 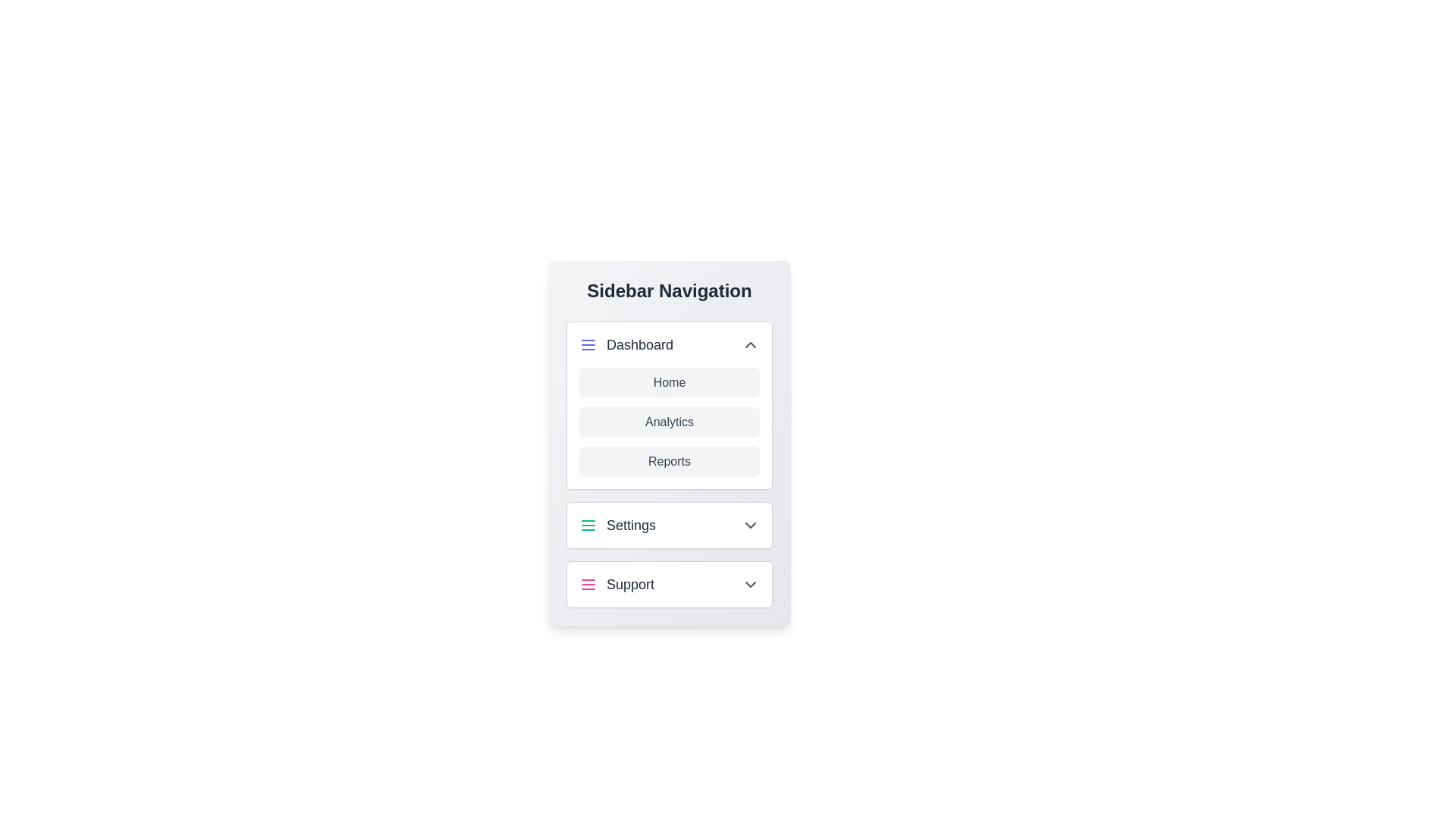 I want to click on the 'Analytics' button located below the 'Home' button and above the 'Reports' button in the Dashboard section, so click(x=669, y=422).